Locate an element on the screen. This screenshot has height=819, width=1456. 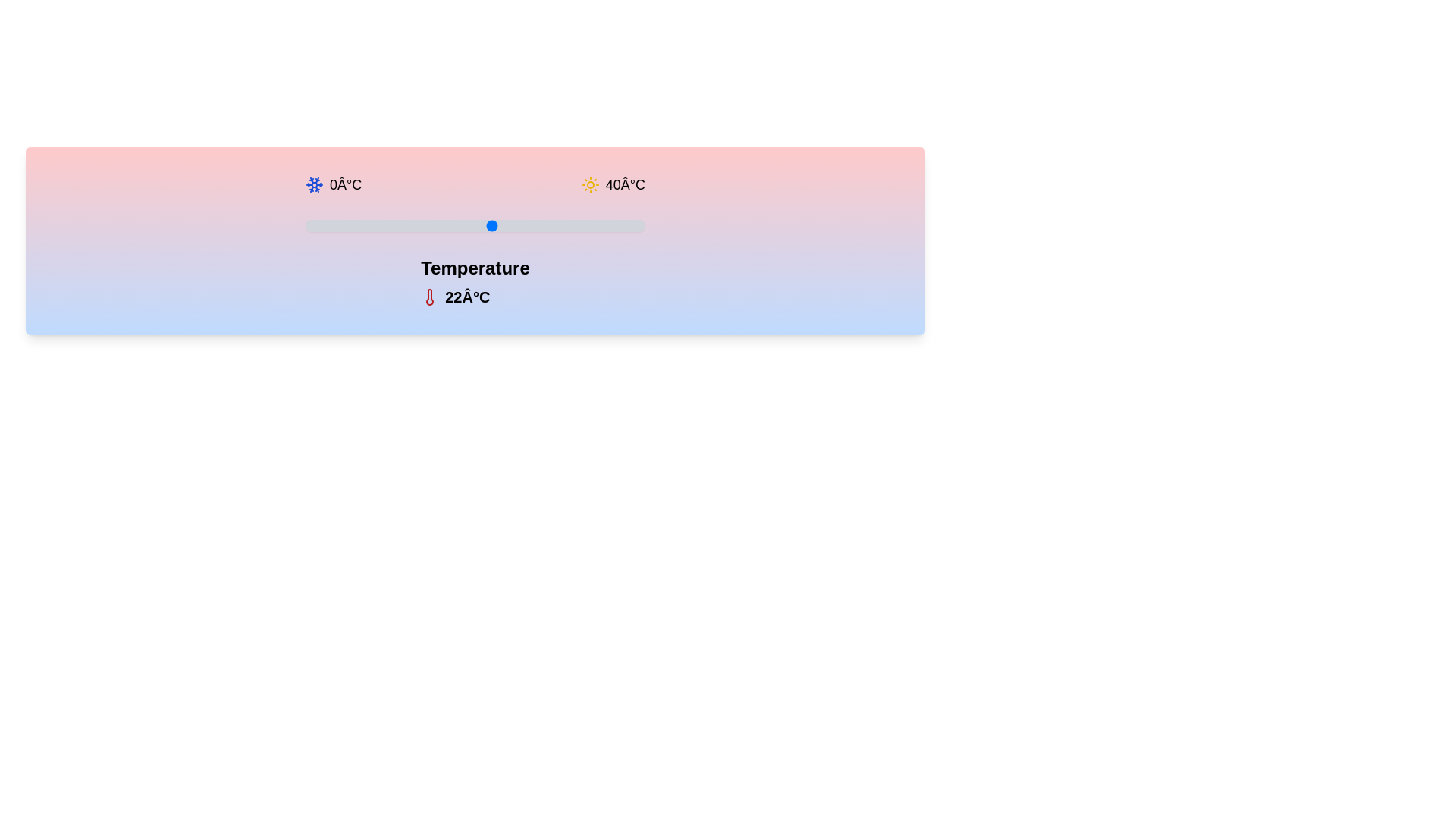
the slider to set the temperature to 2°C is located at coordinates (322, 225).